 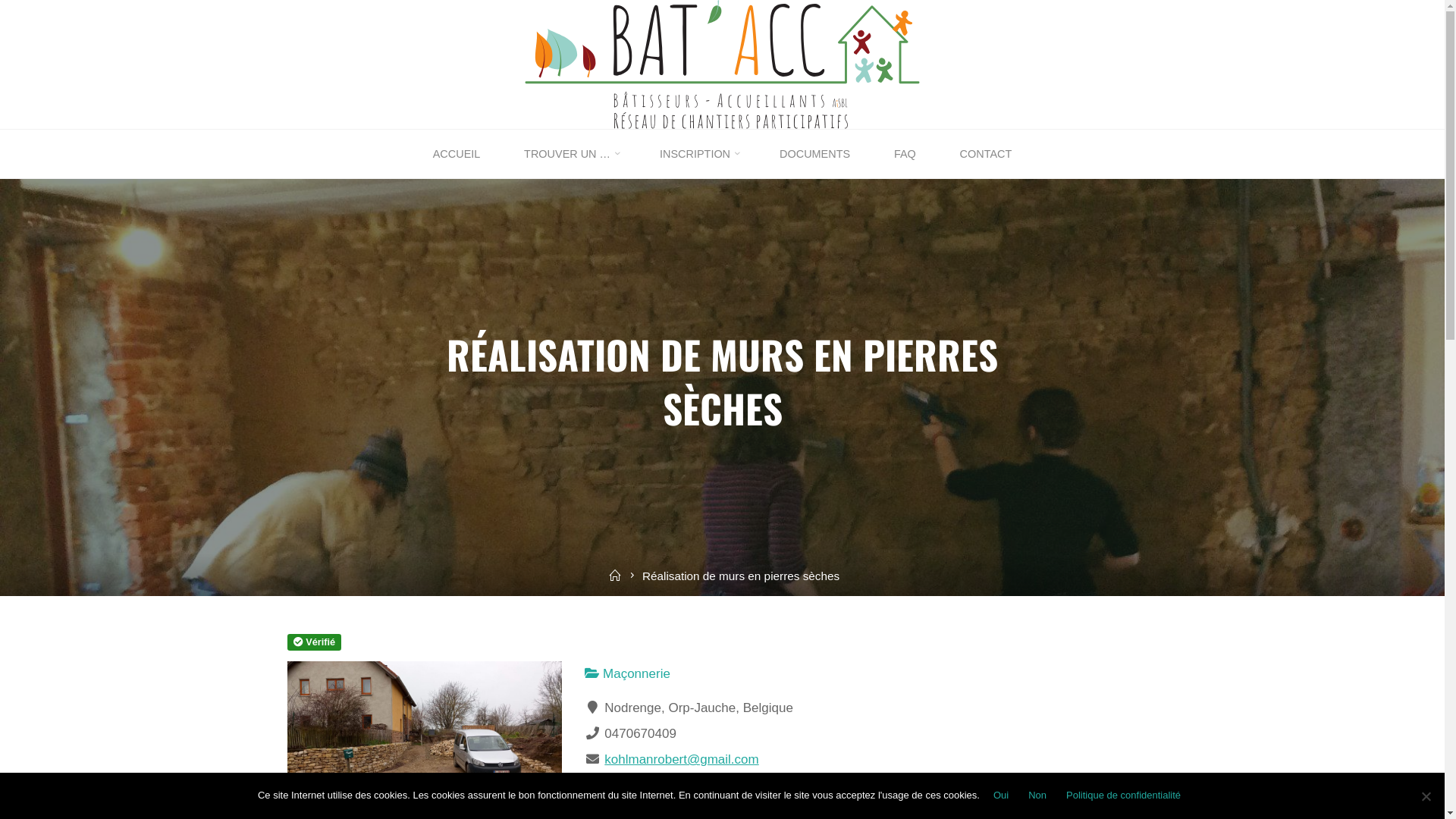 What do you see at coordinates (721, 63) in the screenshot?
I see `'Bat'Acc'` at bounding box center [721, 63].